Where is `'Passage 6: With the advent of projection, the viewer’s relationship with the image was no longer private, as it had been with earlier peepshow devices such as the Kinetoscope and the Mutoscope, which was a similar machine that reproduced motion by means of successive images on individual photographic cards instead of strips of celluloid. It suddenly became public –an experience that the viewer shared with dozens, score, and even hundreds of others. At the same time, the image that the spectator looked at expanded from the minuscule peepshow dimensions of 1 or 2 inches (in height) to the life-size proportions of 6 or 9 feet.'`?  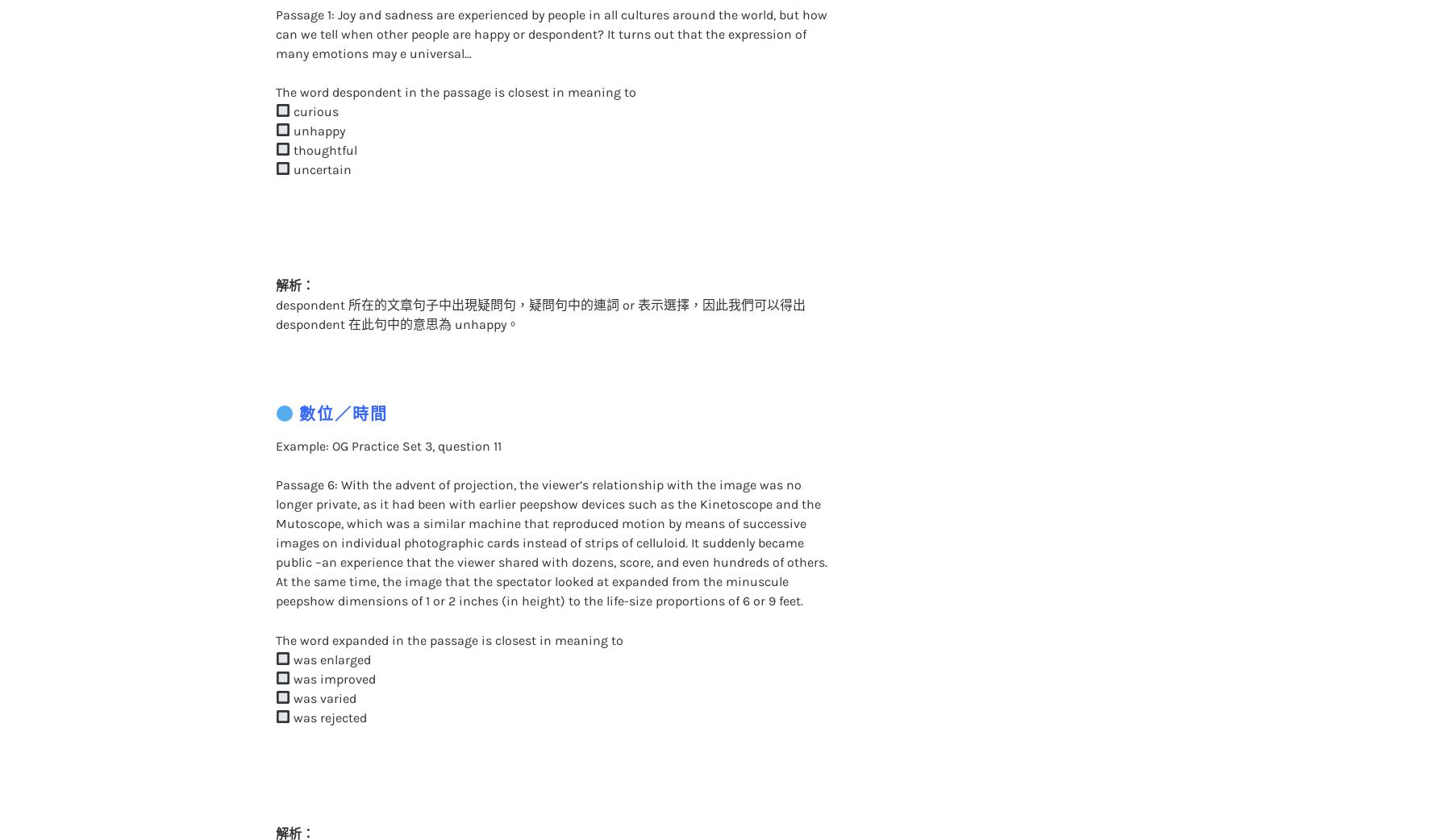
'Passage 6: With the advent of projection, the viewer’s relationship with the image was no longer private, as it had been with earlier peepshow devices such as the Kinetoscope and the Mutoscope, which was a similar machine that reproduced motion by means of successive images on individual photographic cards instead of strips of celluloid. It suddenly became public –an experience that the viewer shared with dozens, score, and even hundreds of others. At the same time, the image that the spectator looked at expanded from the minuscule peepshow dimensions of 1 or 2 inches (in height) to the life-size proportions of 6 or 9 feet.' is located at coordinates (549, 509).